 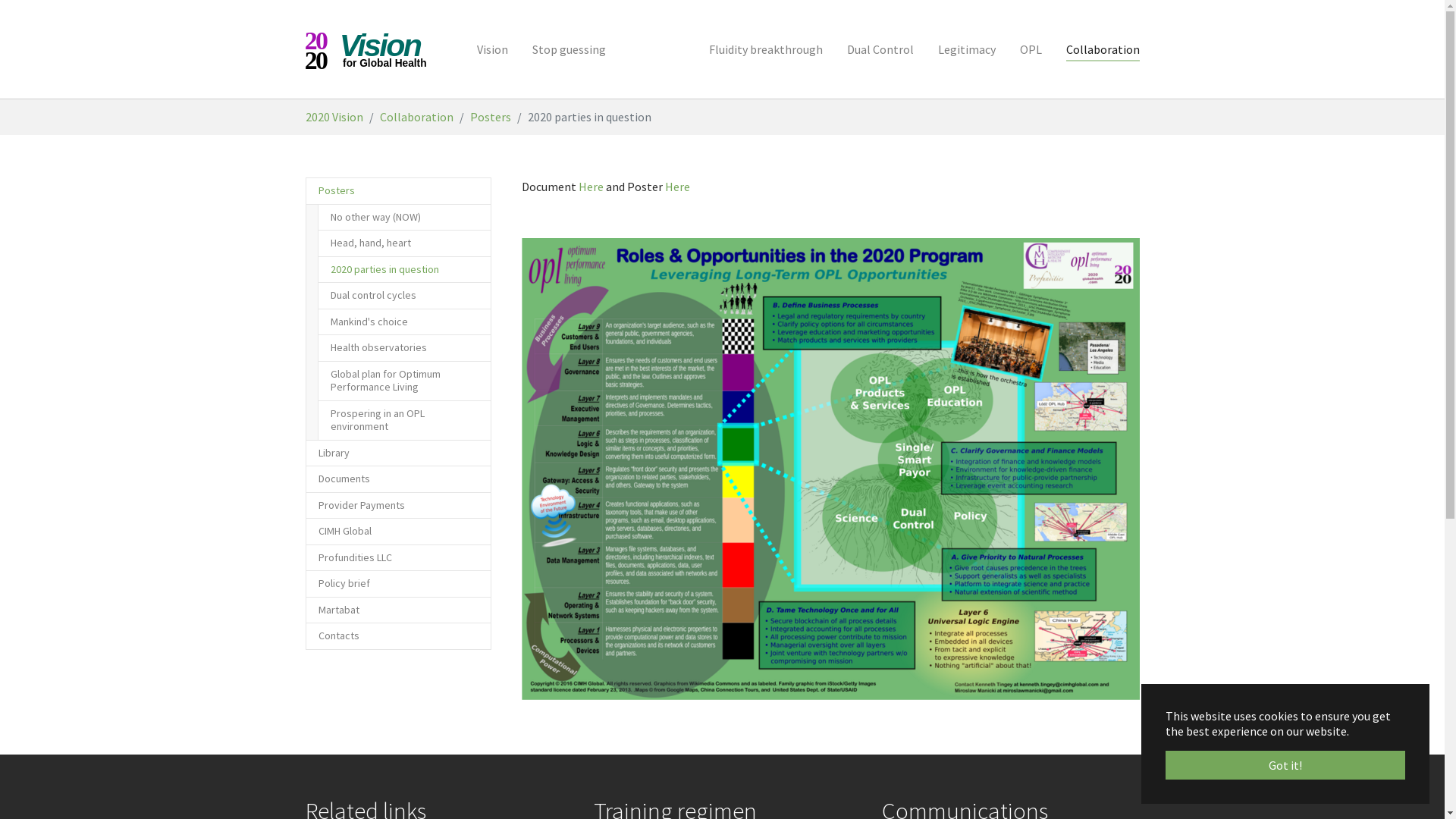 What do you see at coordinates (403, 420) in the screenshot?
I see `'Prospering in an OPL environment'` at bounding box center [403, 420].